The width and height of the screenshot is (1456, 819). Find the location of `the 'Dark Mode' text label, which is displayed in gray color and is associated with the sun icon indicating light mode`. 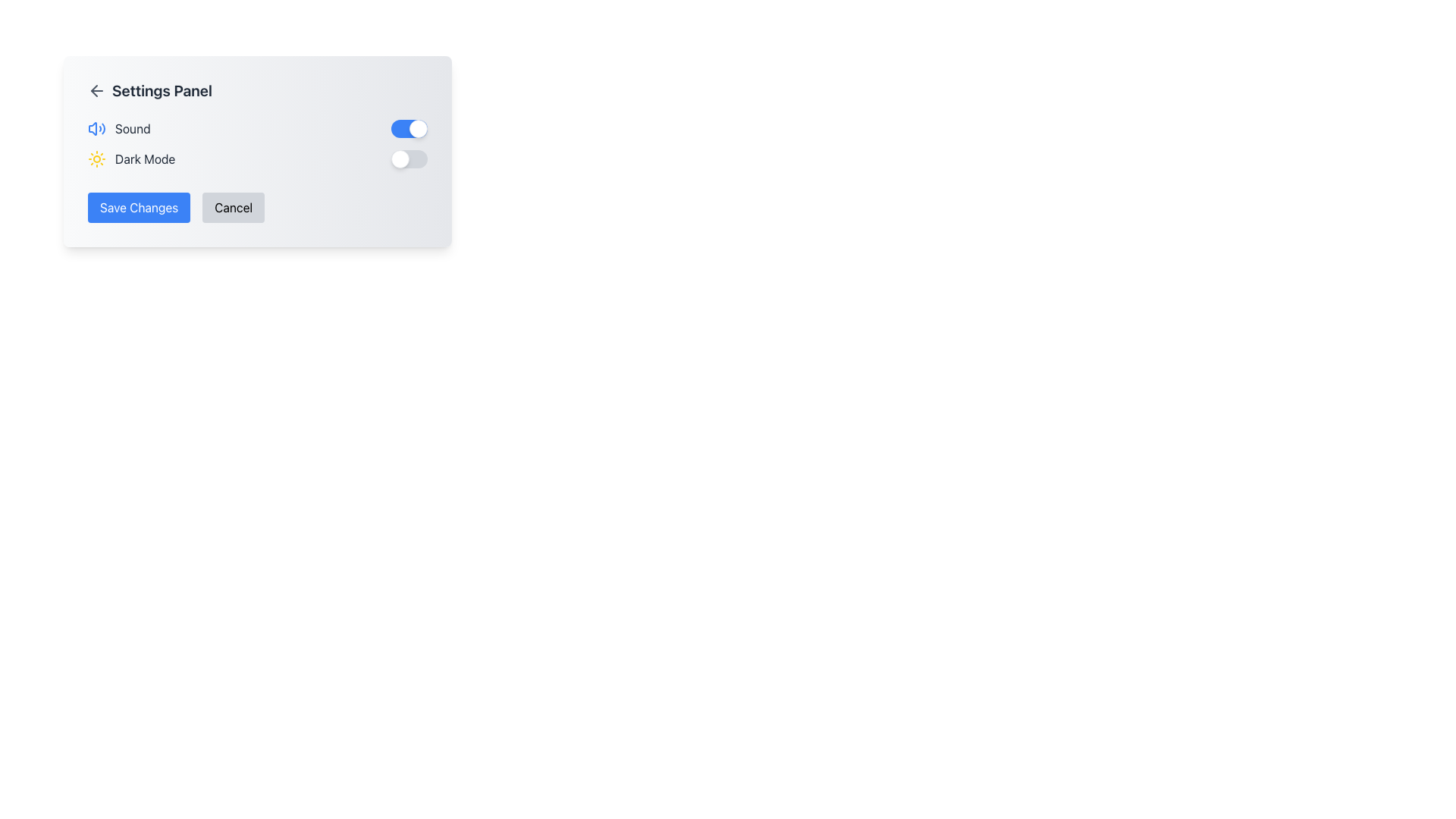

the 'Dark Mode' text label, which is displayed in gray color and is associated with the sun icon indicating light mode is located at coordinates (145, 158).